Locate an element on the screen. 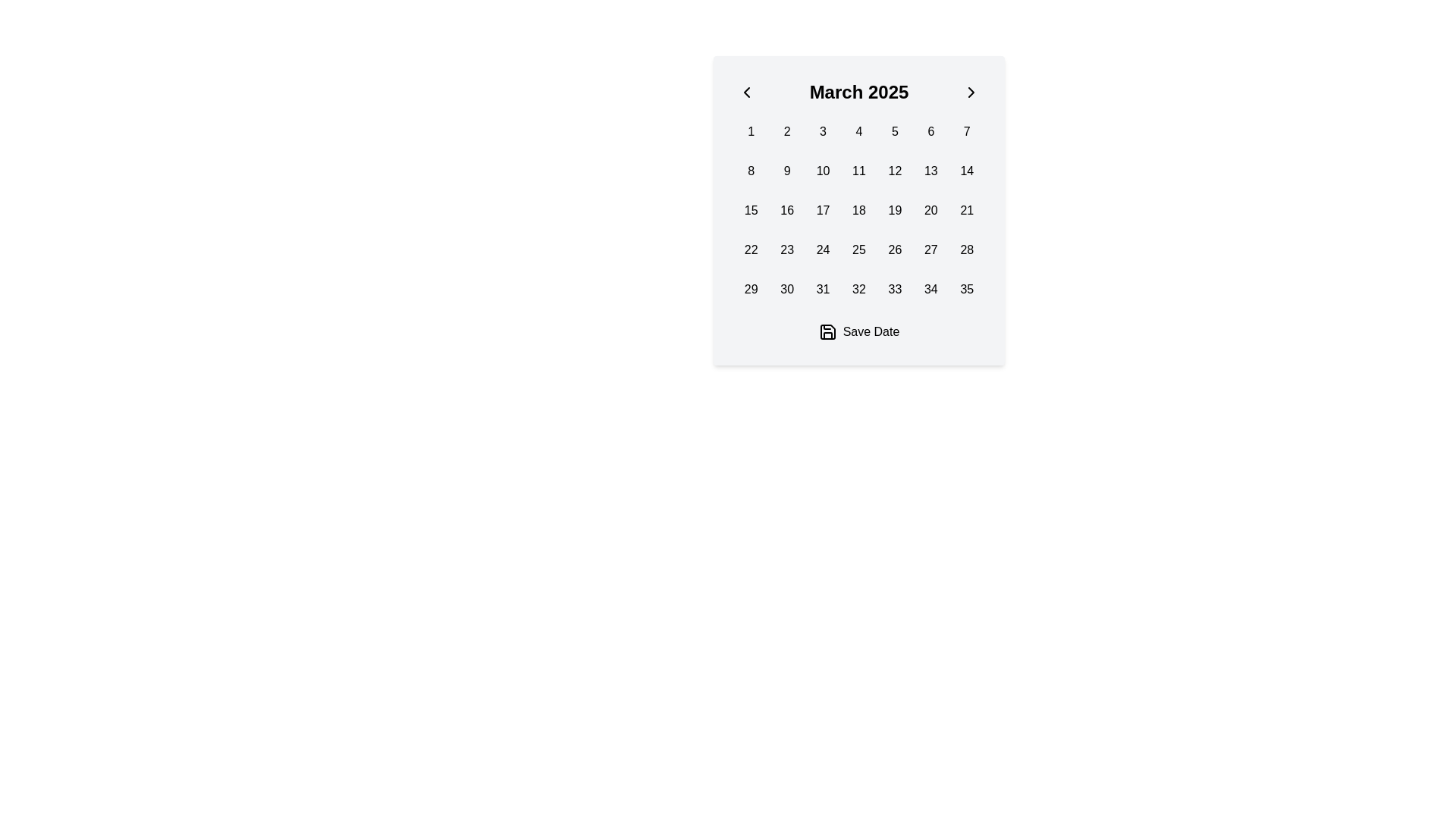  numbers displayed on the Interactive grid component representing the calendar for March 2025, located centrally below the heading and above the Save Date button is located at coordinates (858, 210).